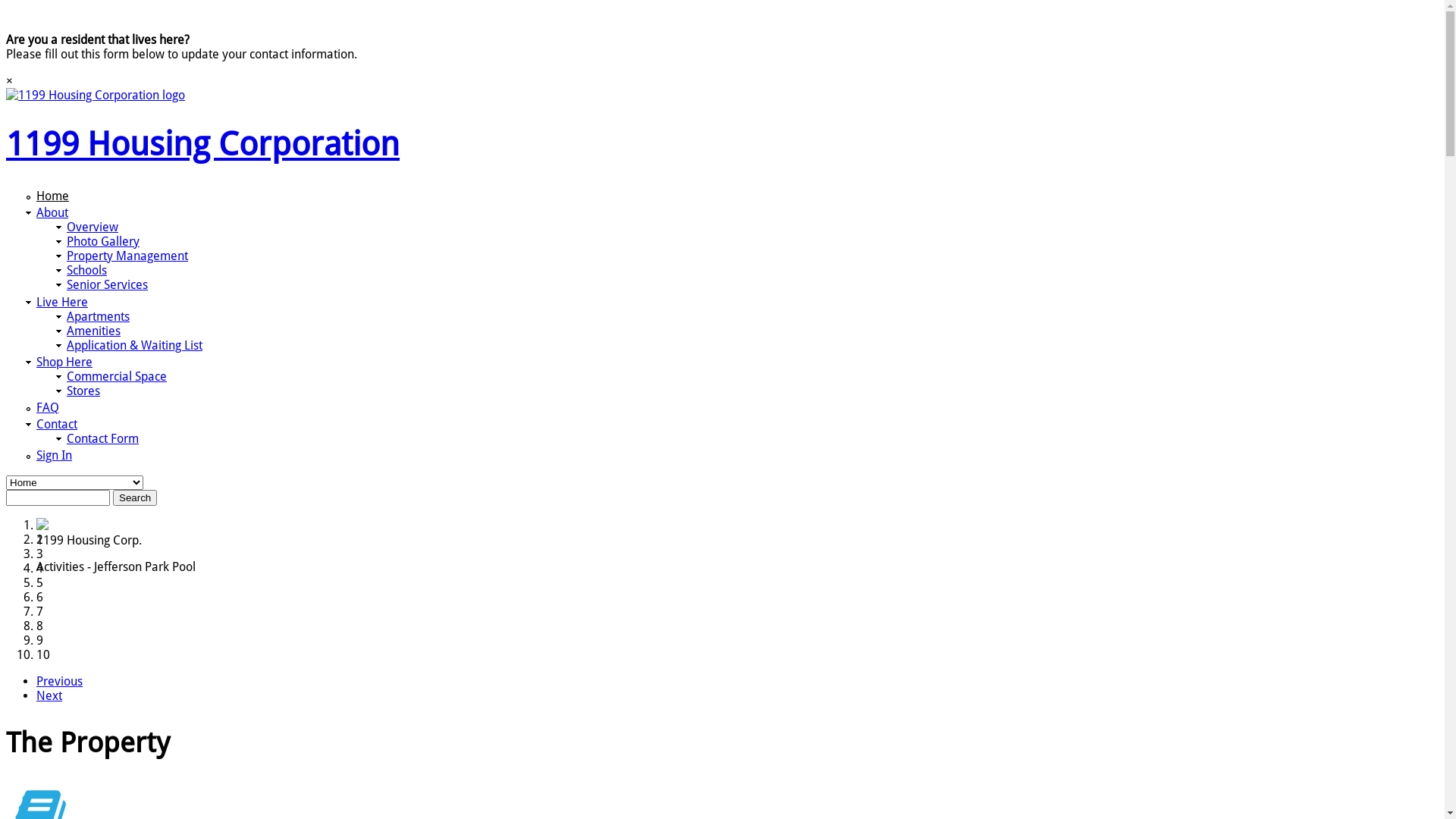 This screenshot has height=819, width=1456. I want to click on 'Shop Here', so click(36, 362).